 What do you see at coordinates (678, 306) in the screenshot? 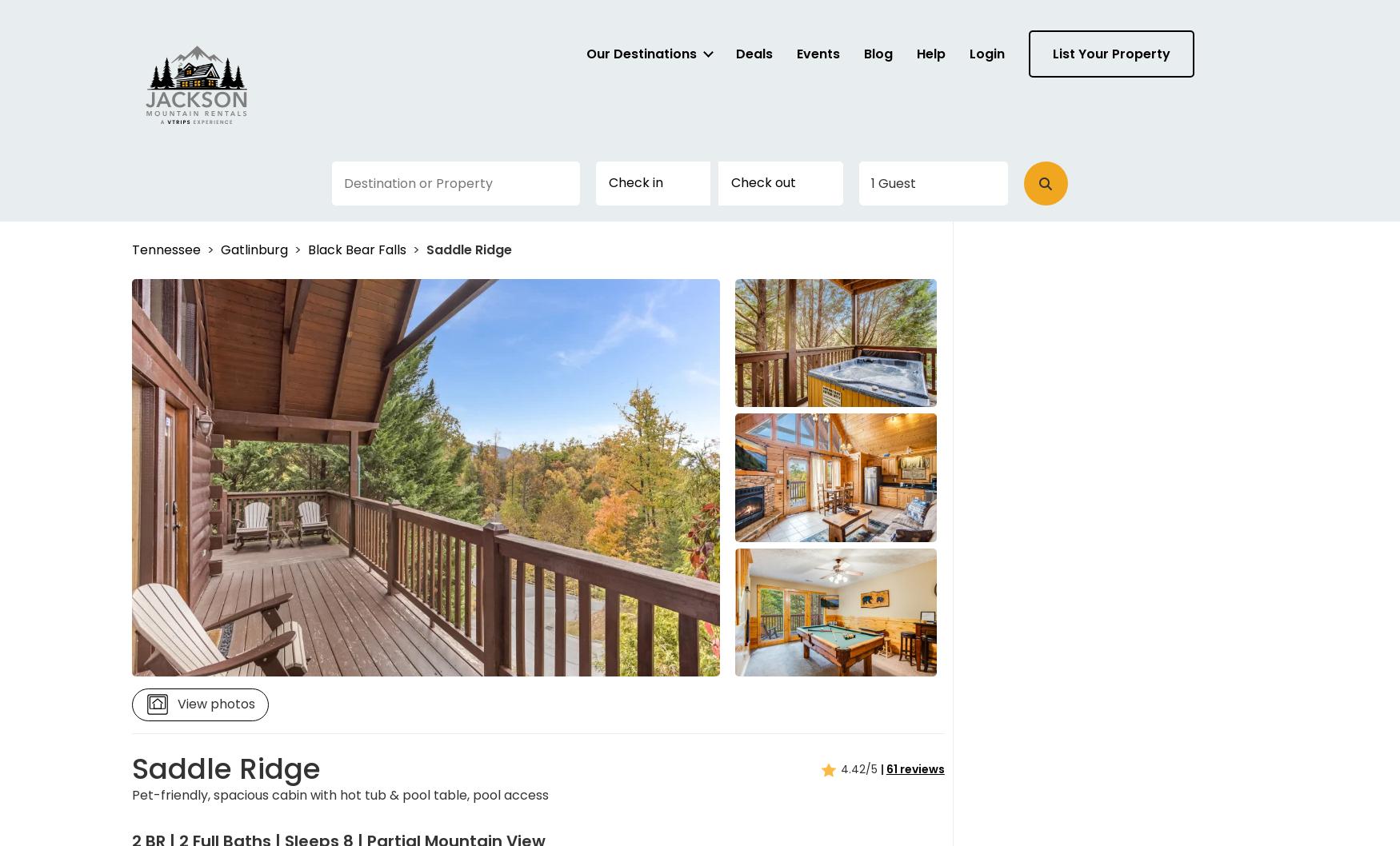
I see `'and'` at bounding box center [678, 306].